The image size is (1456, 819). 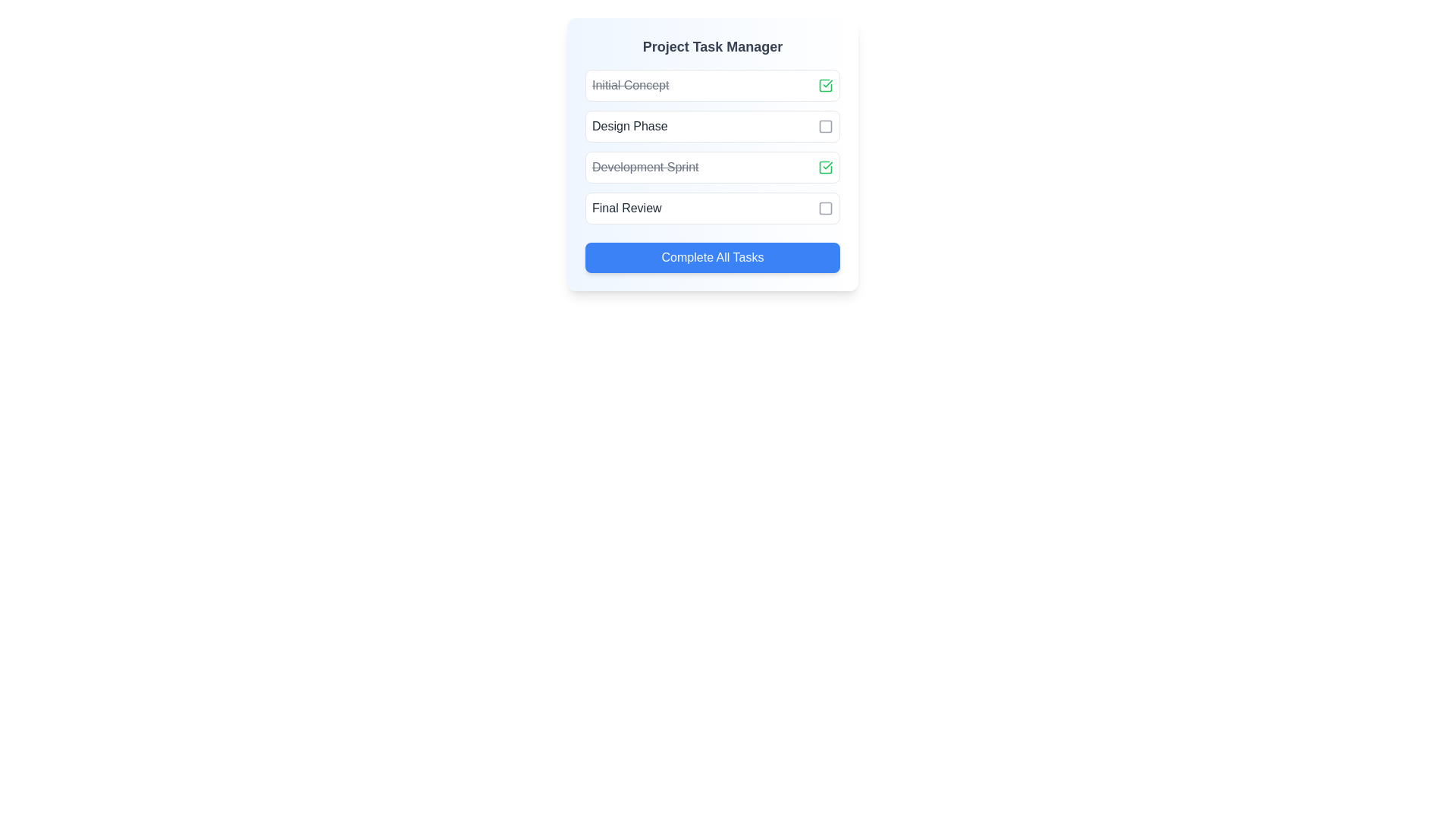 I want to click on the green checkmark icon located on the far right of the 'Development Sprint' row in the project tasks list, so click(x=825, y=167).